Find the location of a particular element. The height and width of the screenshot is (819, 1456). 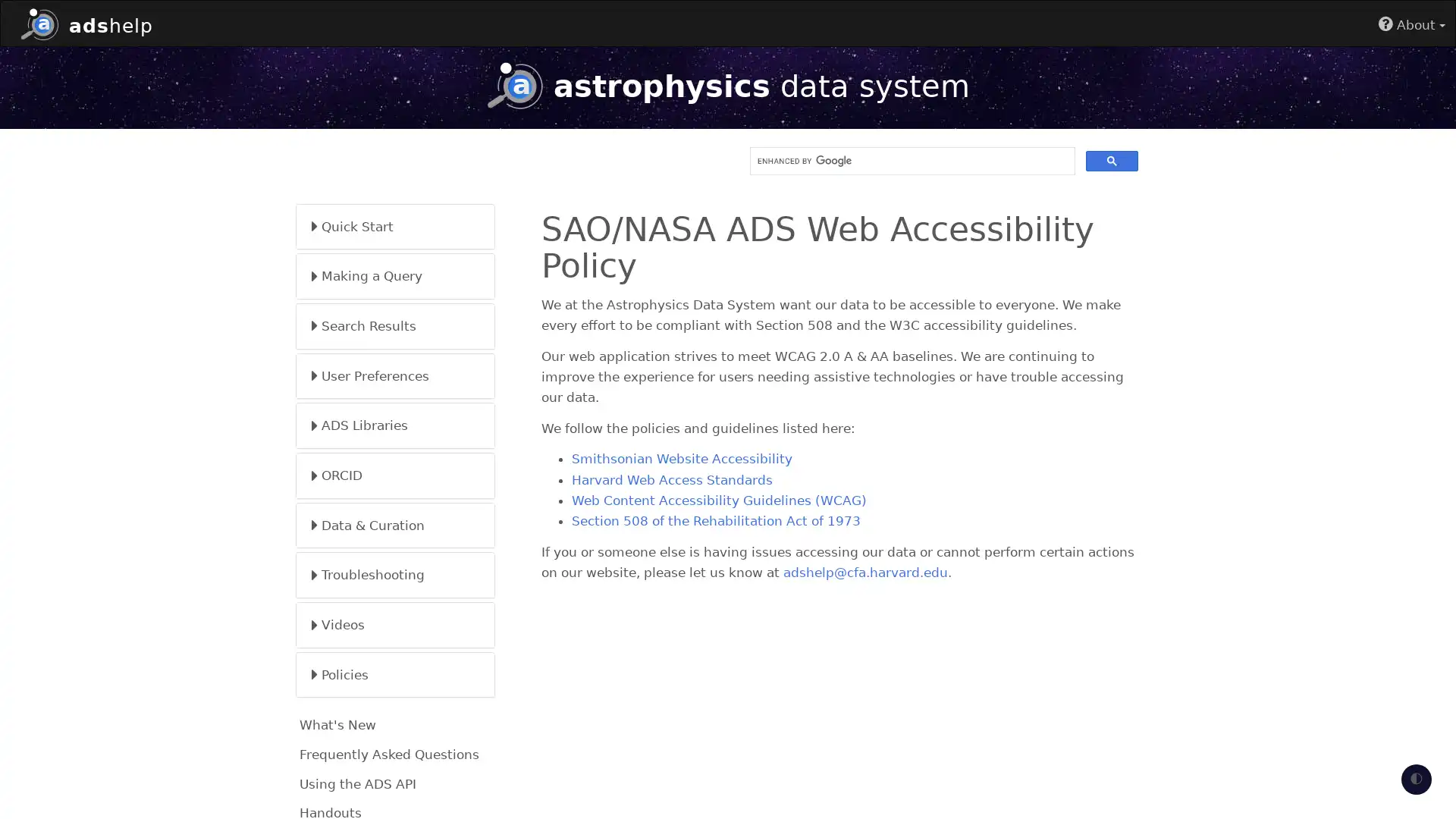

Quick Start is located at coordinates (395, 226).